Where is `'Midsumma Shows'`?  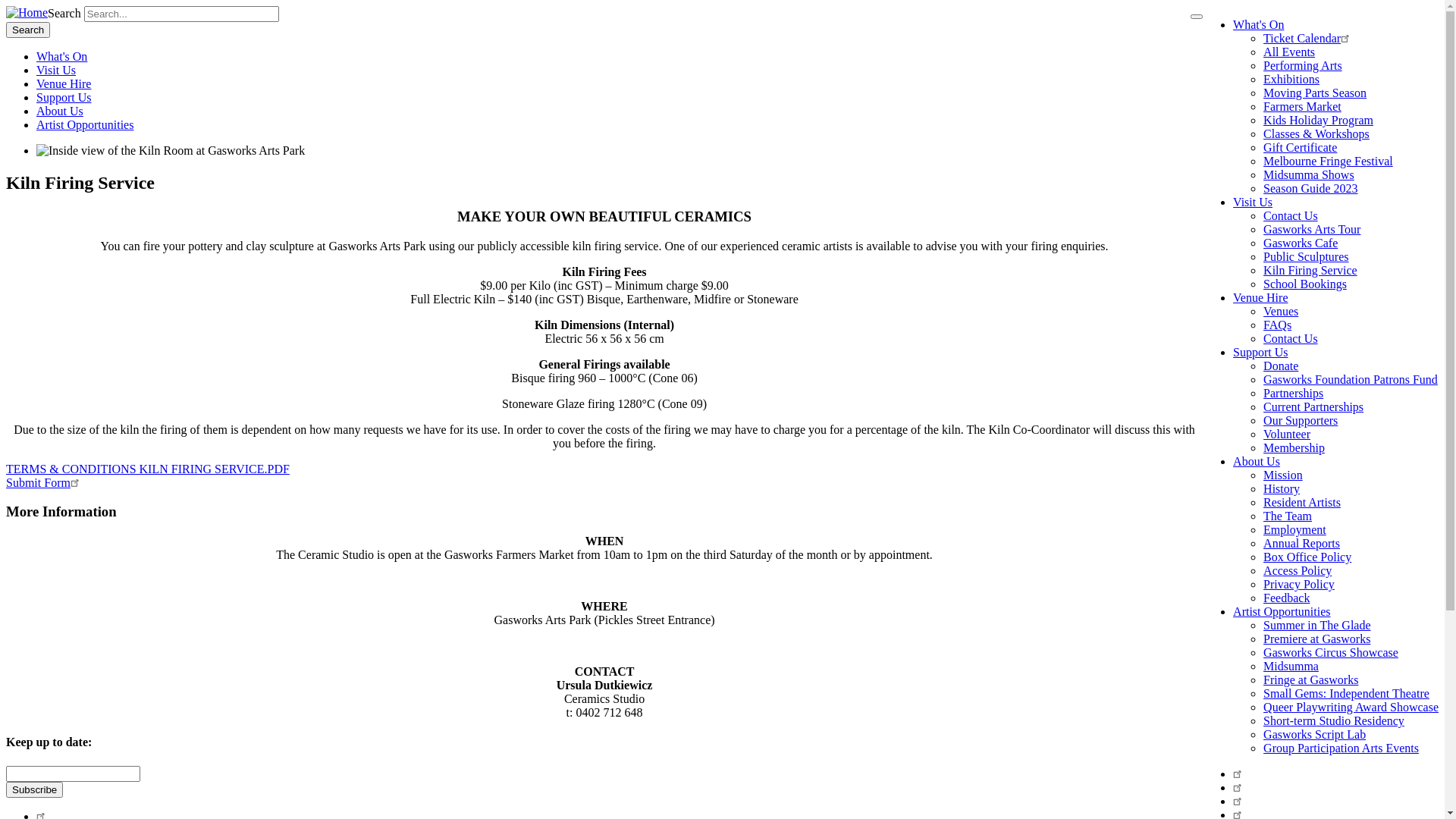
'Midsumma Shows' is located at coordinates (1263, 174).